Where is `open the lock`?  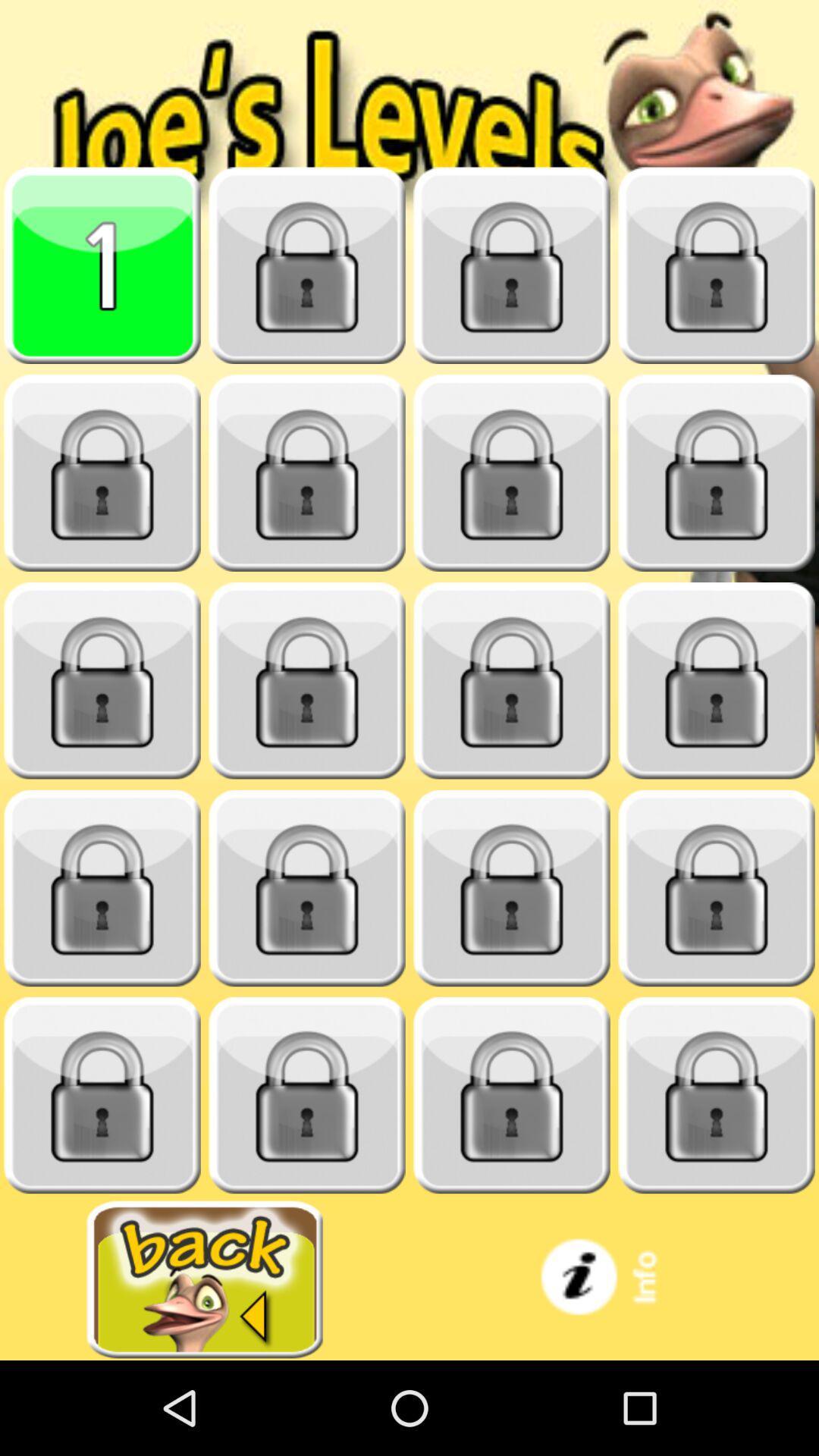
open the lock is located at coordinates (512, 680).